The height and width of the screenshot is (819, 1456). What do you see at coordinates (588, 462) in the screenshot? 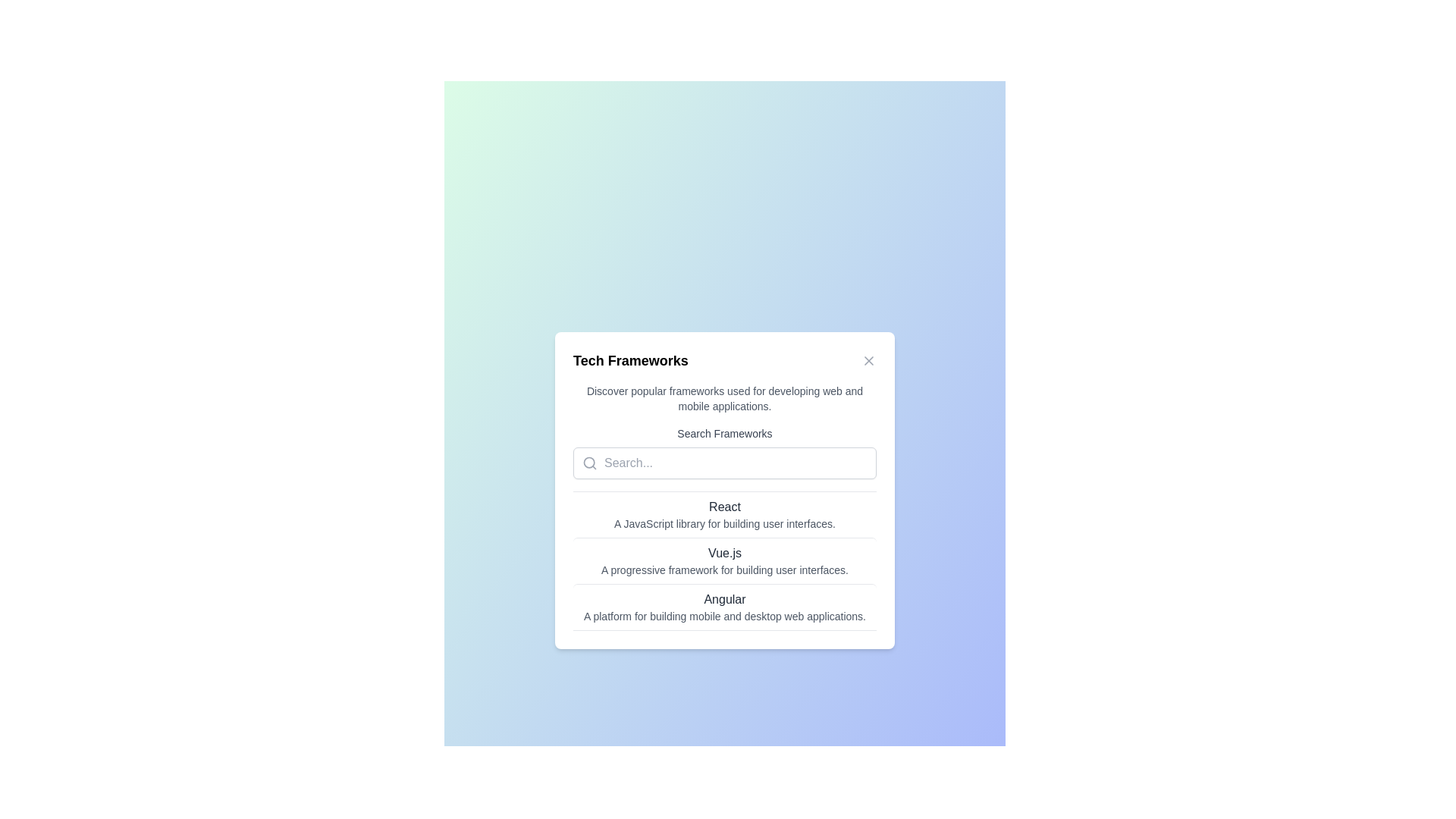
I see `the circular part of the magnifying glass icon, which symbolizes search functionality and is located to the left of the search input field` at bounding box center [588, 462].